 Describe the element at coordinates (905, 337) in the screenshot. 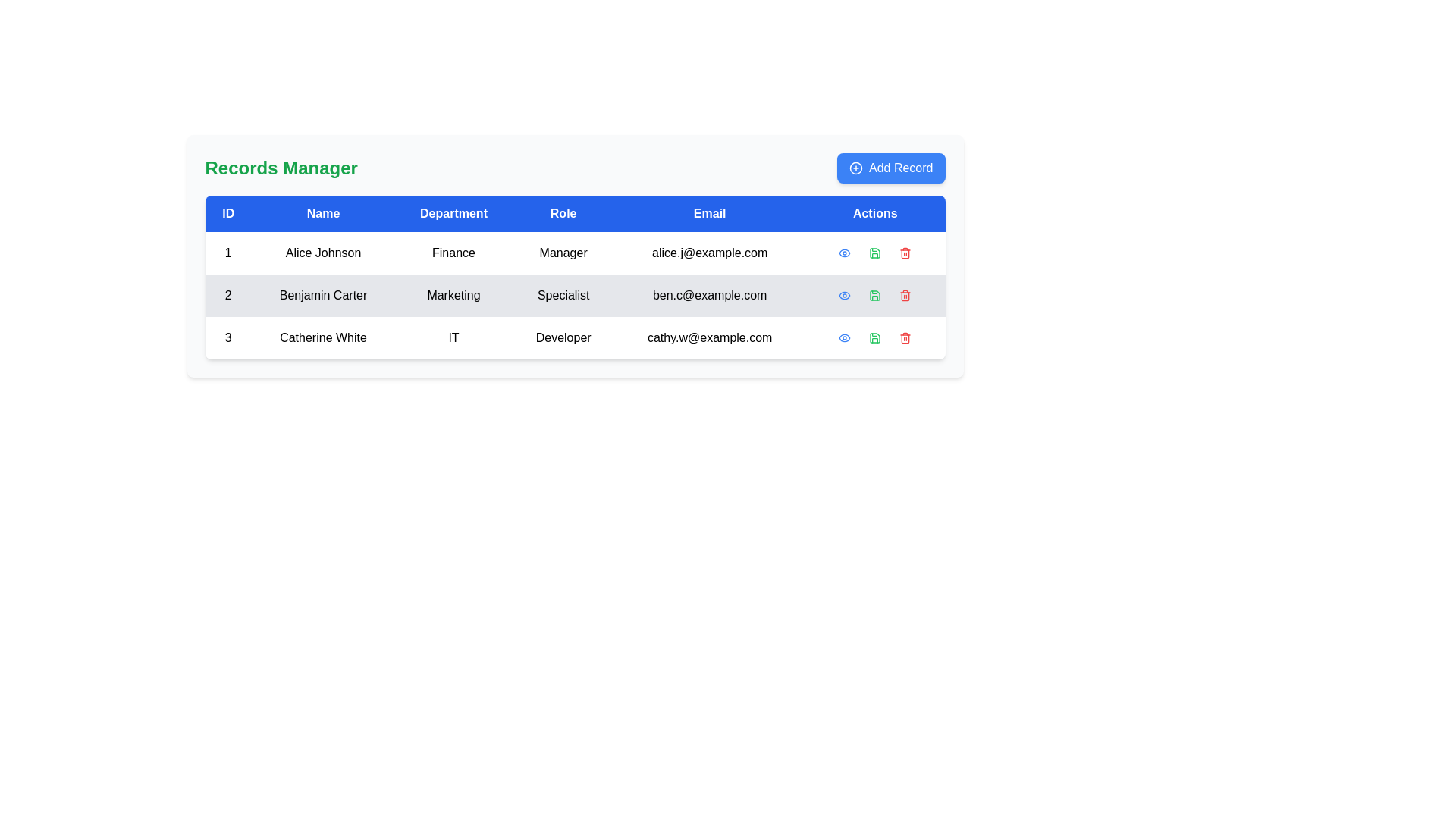

I see `the red trash bin icon button representing the delete action for user Catherine White, which is the third interactive element in the last column of the third row in the table layout` at that location.